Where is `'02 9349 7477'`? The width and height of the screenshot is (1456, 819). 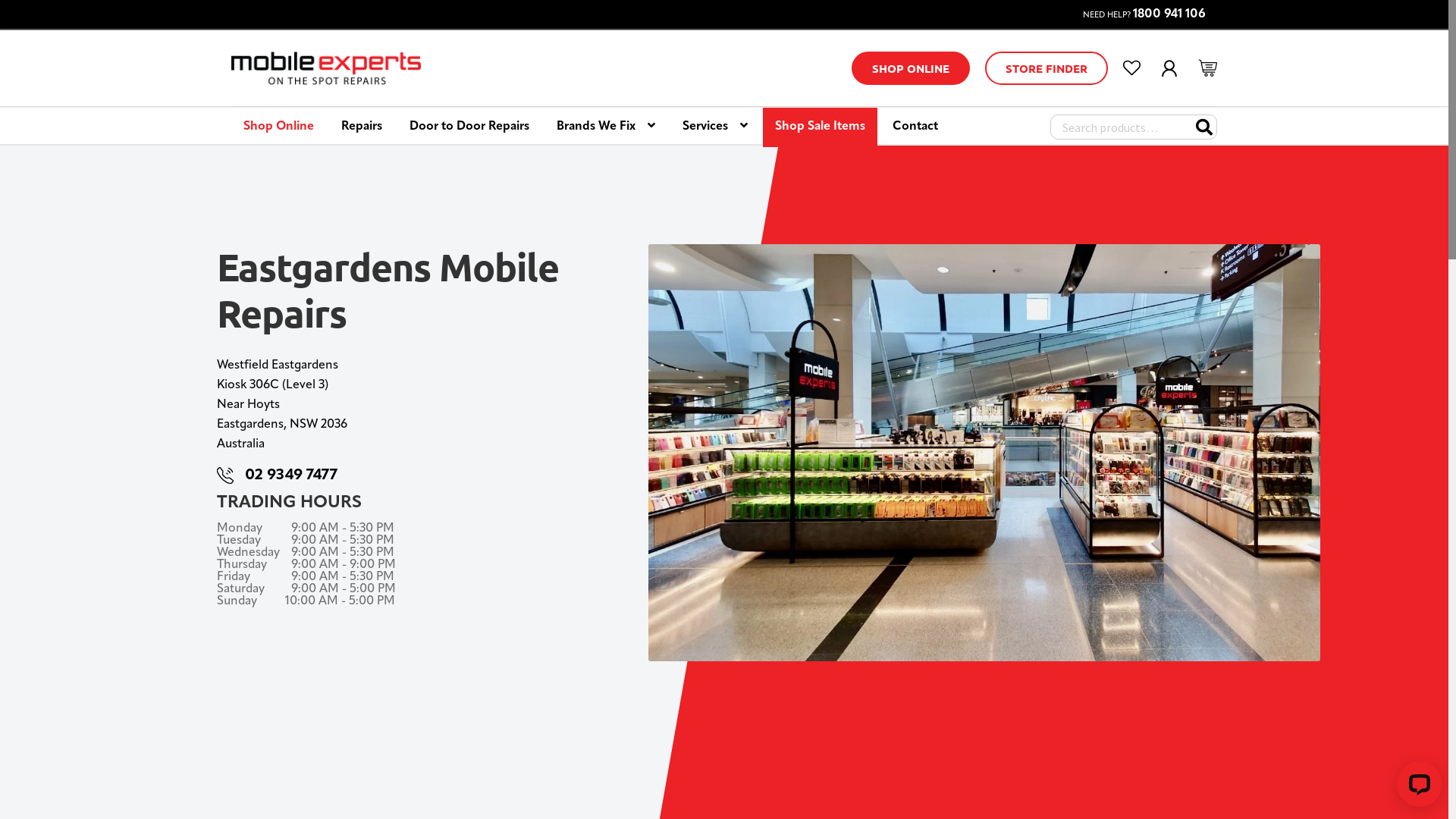
'02 9349 7477' is located at coordinates (291, 475).